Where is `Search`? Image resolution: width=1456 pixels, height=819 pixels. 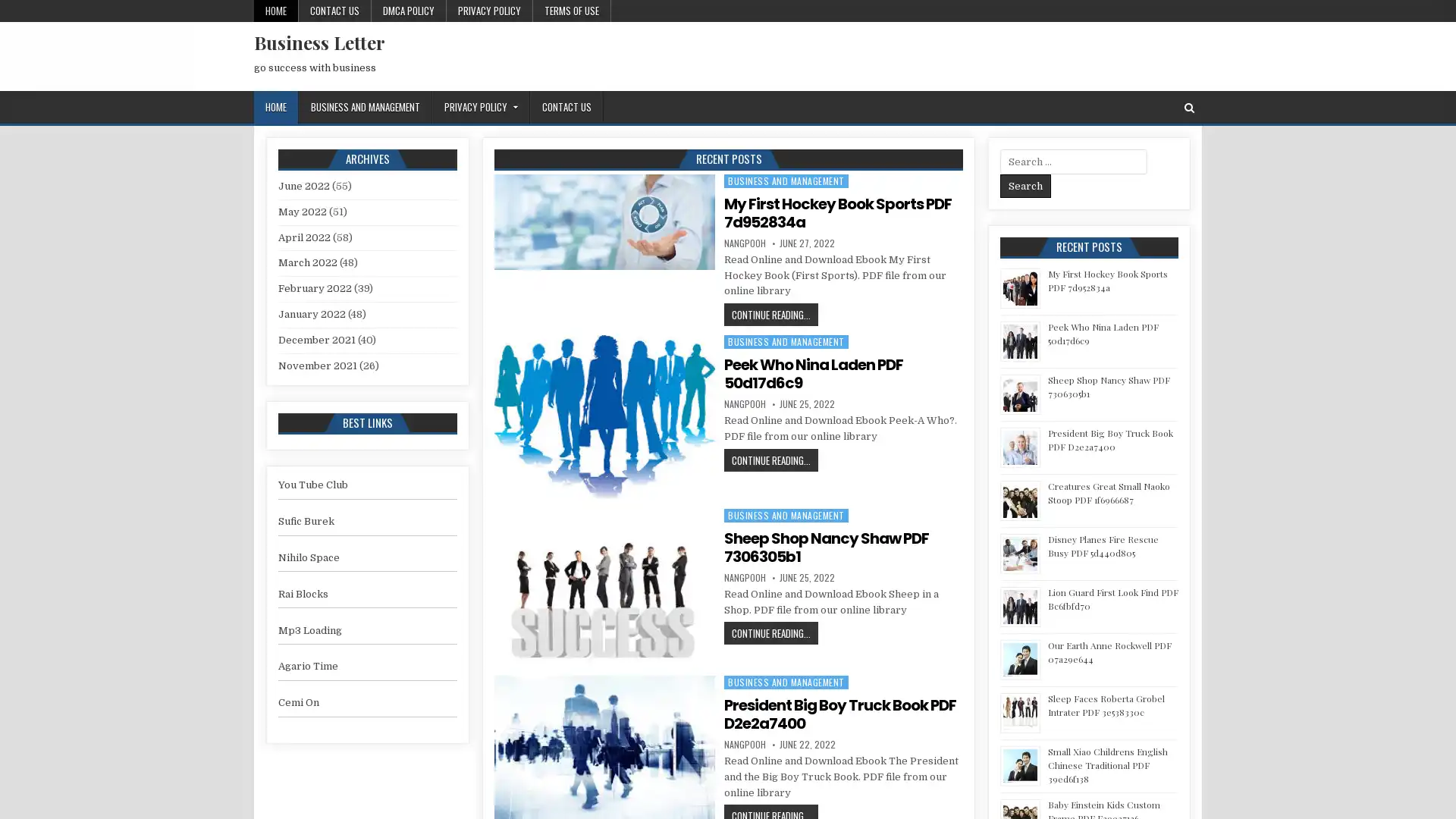 Search is located at coordinates (1025, 185).